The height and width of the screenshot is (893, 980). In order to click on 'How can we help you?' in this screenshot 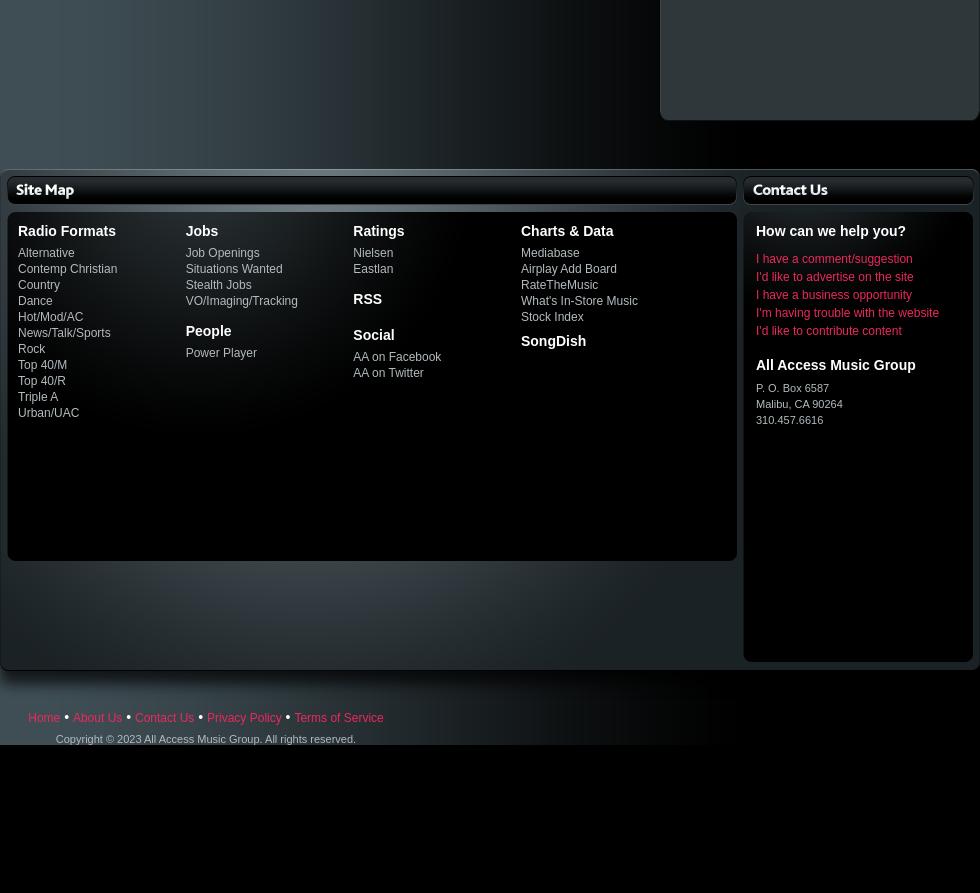, I will do `click(755, 230)`.